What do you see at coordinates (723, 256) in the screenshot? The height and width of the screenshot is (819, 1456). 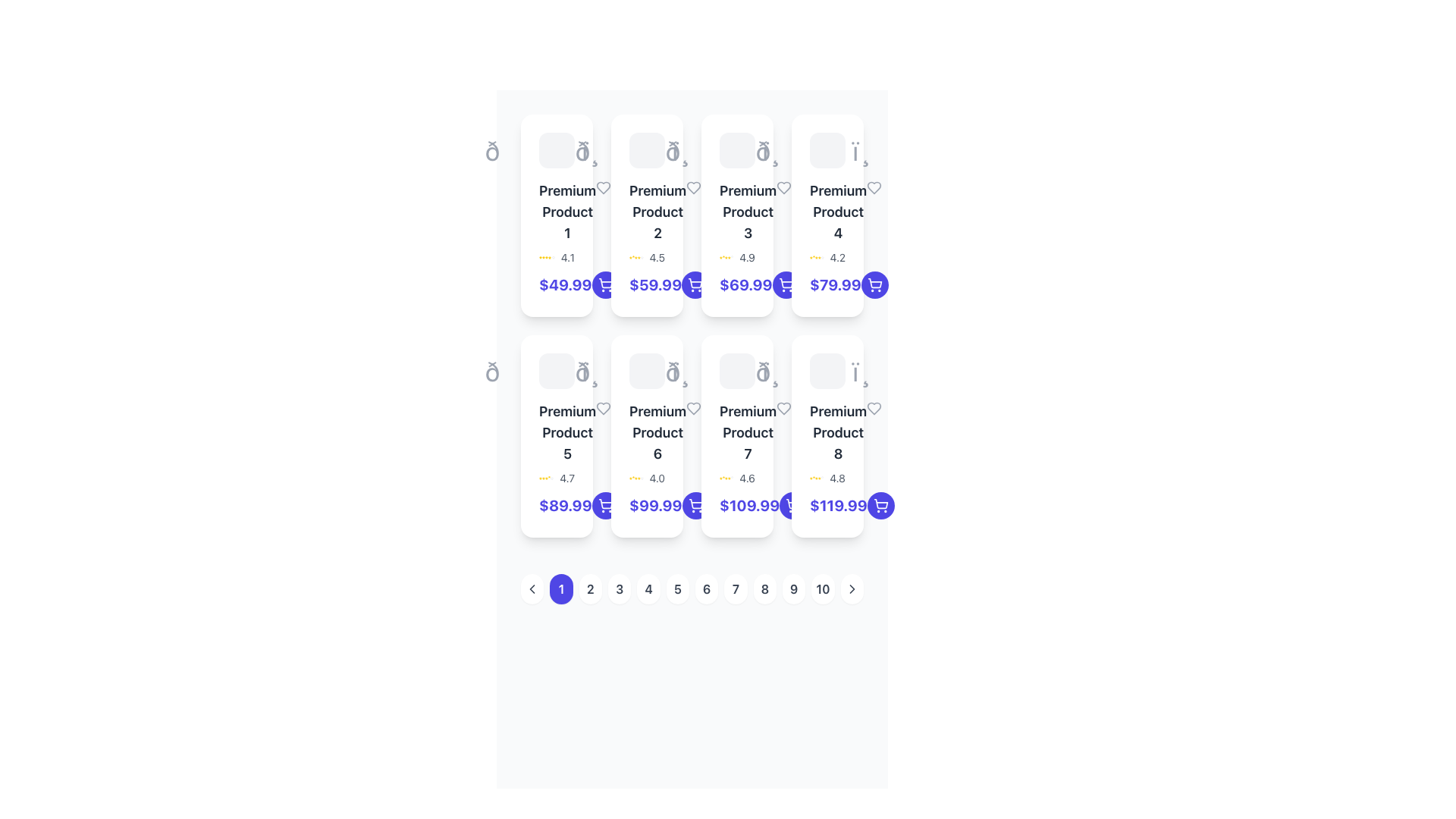 I see `the second star icon in the star-based rating system for the 'Premium Product 3' card, which visually indicates part of the rating score` at bounding box center [723, 256].